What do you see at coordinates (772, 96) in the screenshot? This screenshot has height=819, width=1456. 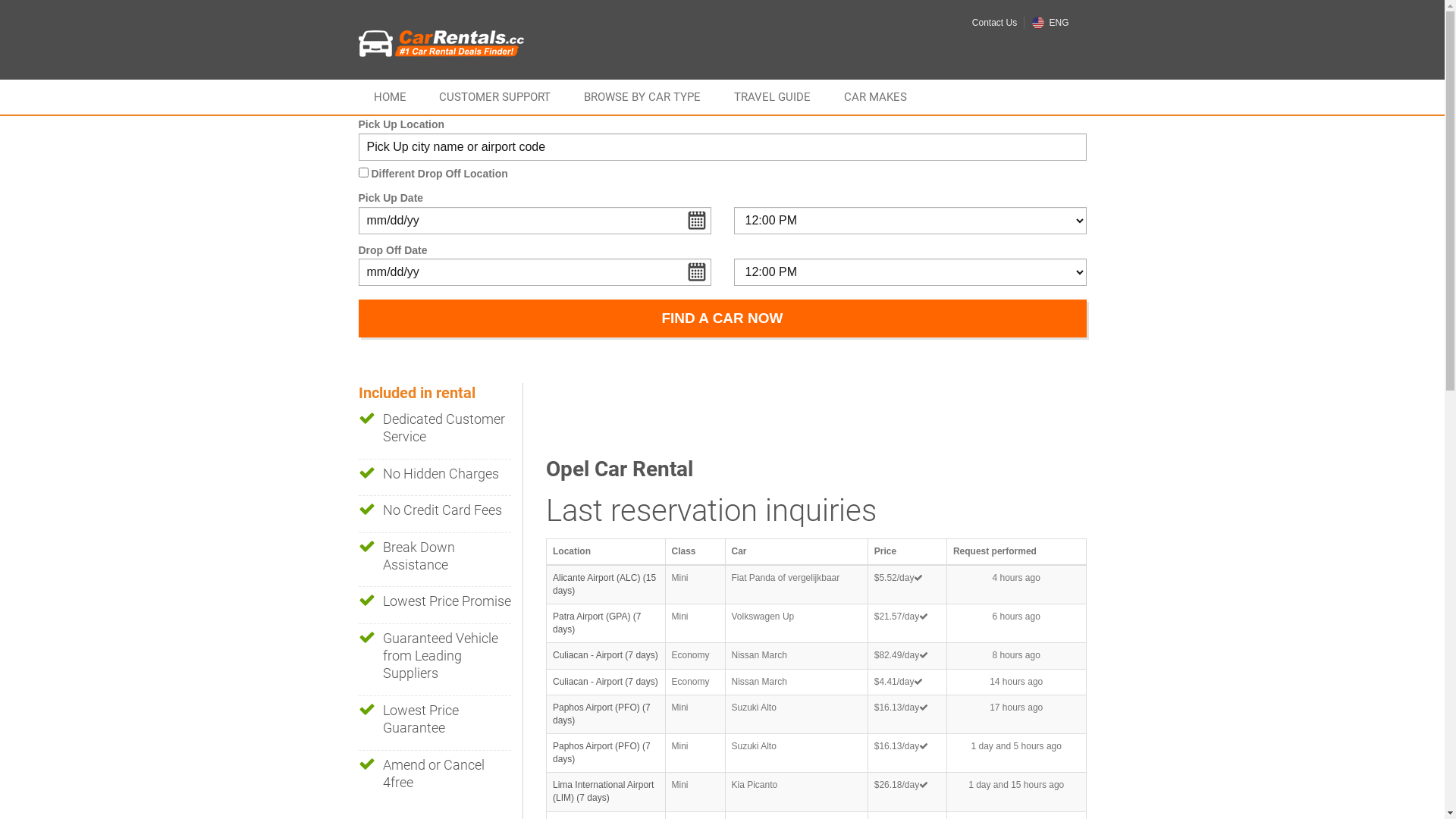 I see `'TRAVEL GUIDE'` at bounding box center [772, 96].